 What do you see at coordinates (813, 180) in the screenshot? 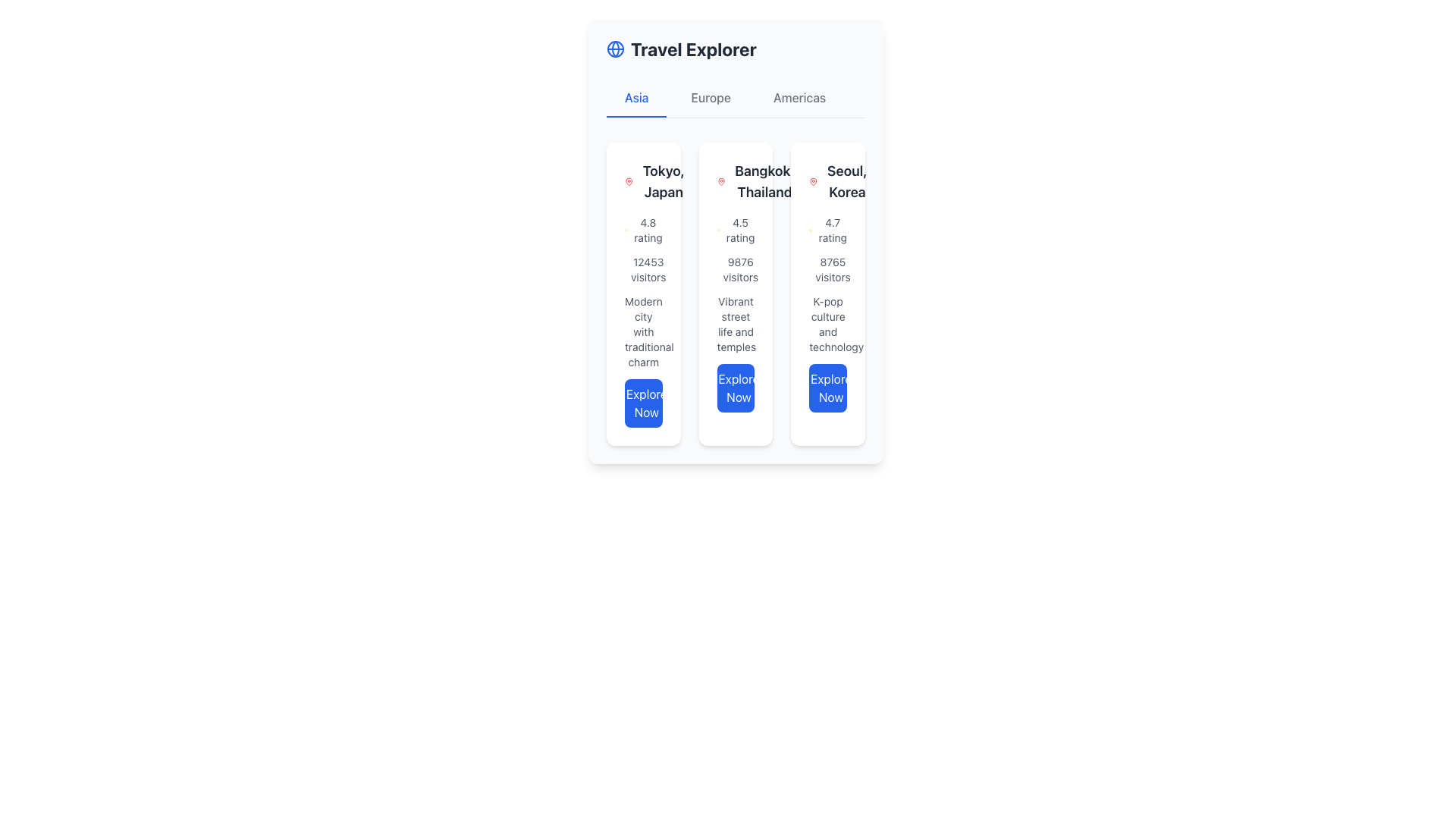
I see `the icon located in the upper-left portion of the 'Seoul, Korea' card, adjacent to the descriptive text of the city name, serving as a geographical indicator` at bounding box center [813, 180].